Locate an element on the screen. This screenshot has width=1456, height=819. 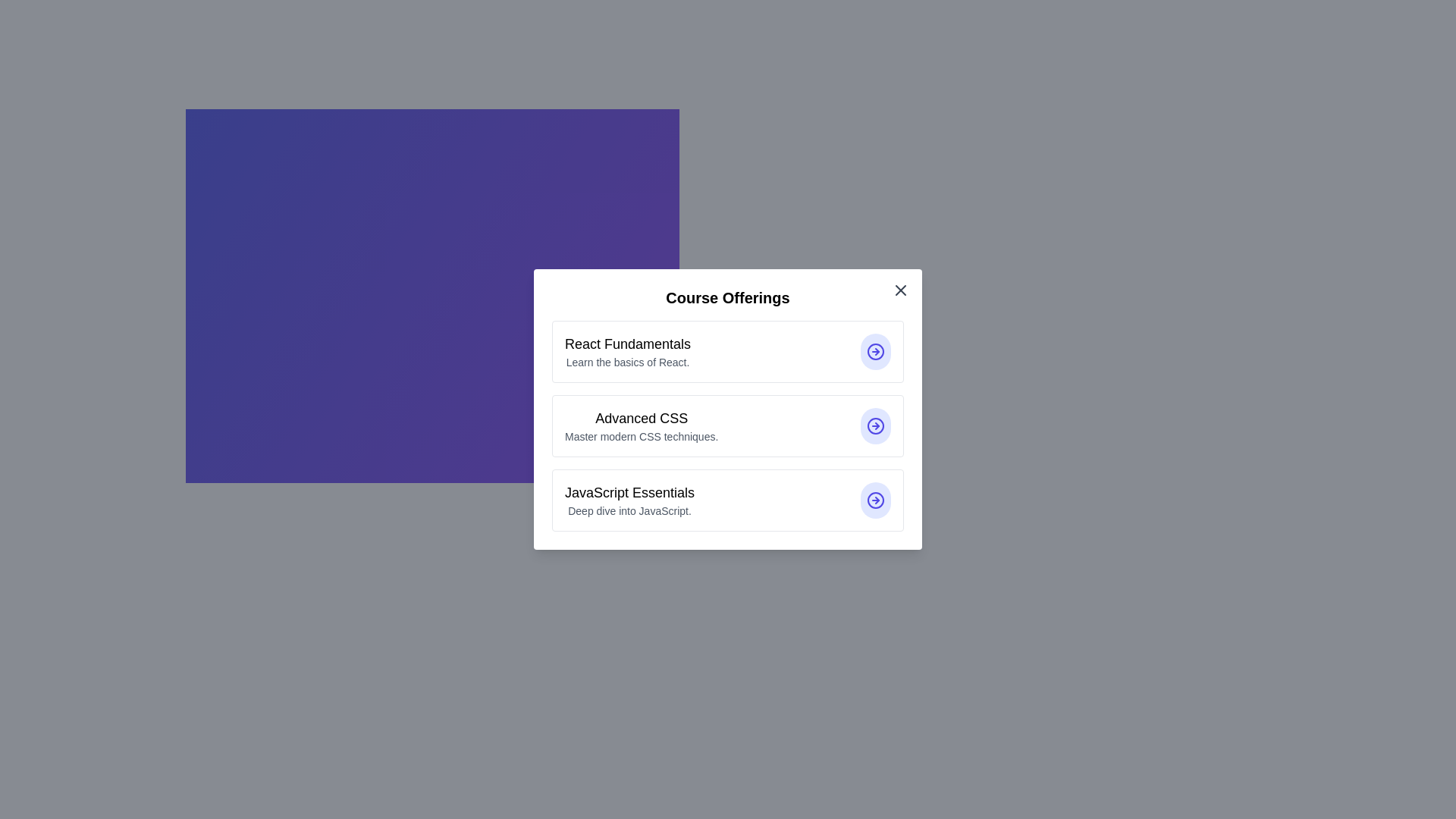
the Text element presenting the title and subtitle for the 'JavaScript Essentials' course, which is located below the 'Advanced CSS' course entry in the vertical list of course options is located at coordinates (629, 500).